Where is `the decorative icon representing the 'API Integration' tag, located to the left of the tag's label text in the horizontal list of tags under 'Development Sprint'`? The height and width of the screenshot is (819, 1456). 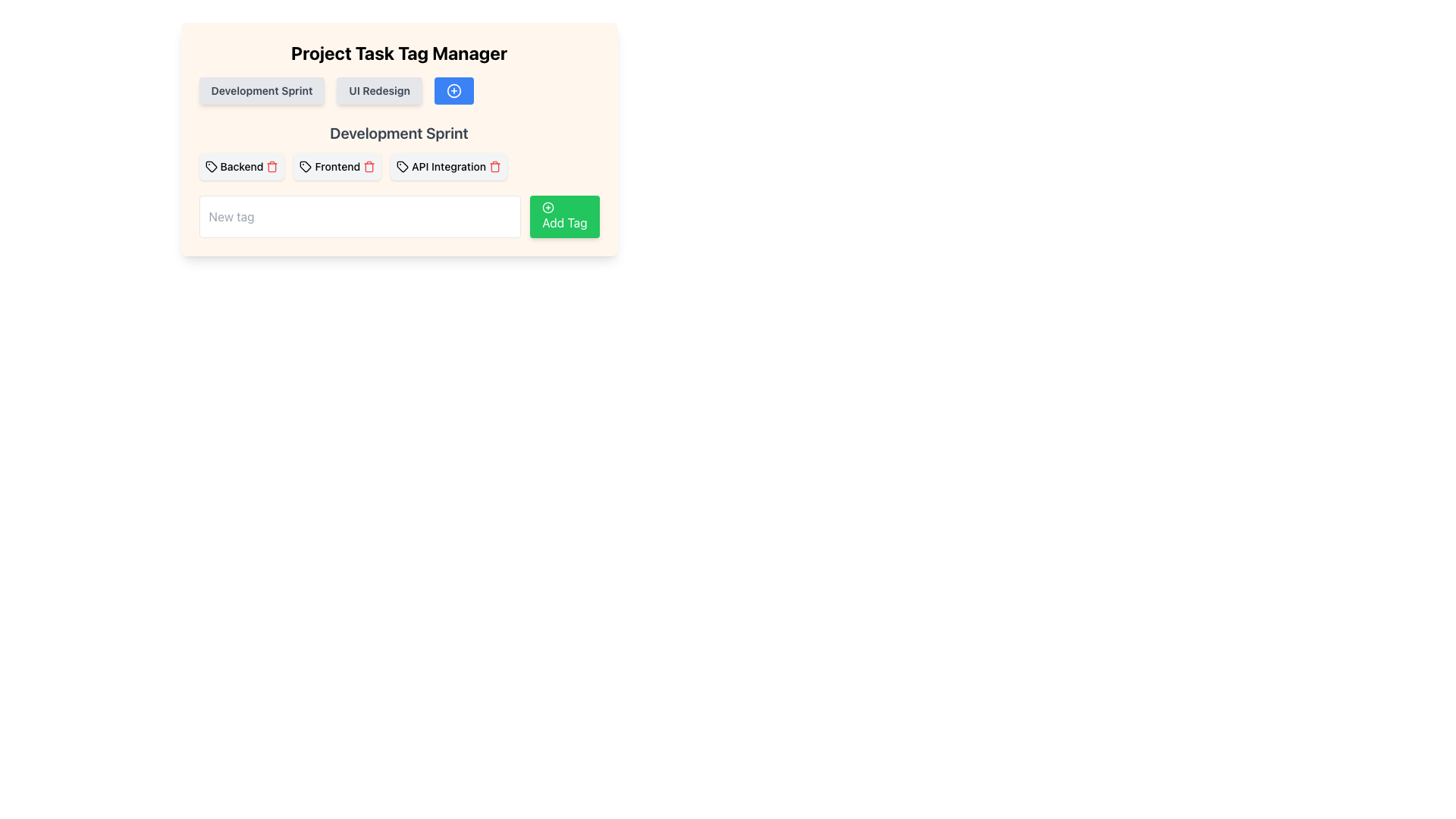 the decorative icon representing the 'API Integration' tag, located to the left of the tag's label text in the horizontal list of tags under 'Development Sprint' is located at coordinates (403, 166).